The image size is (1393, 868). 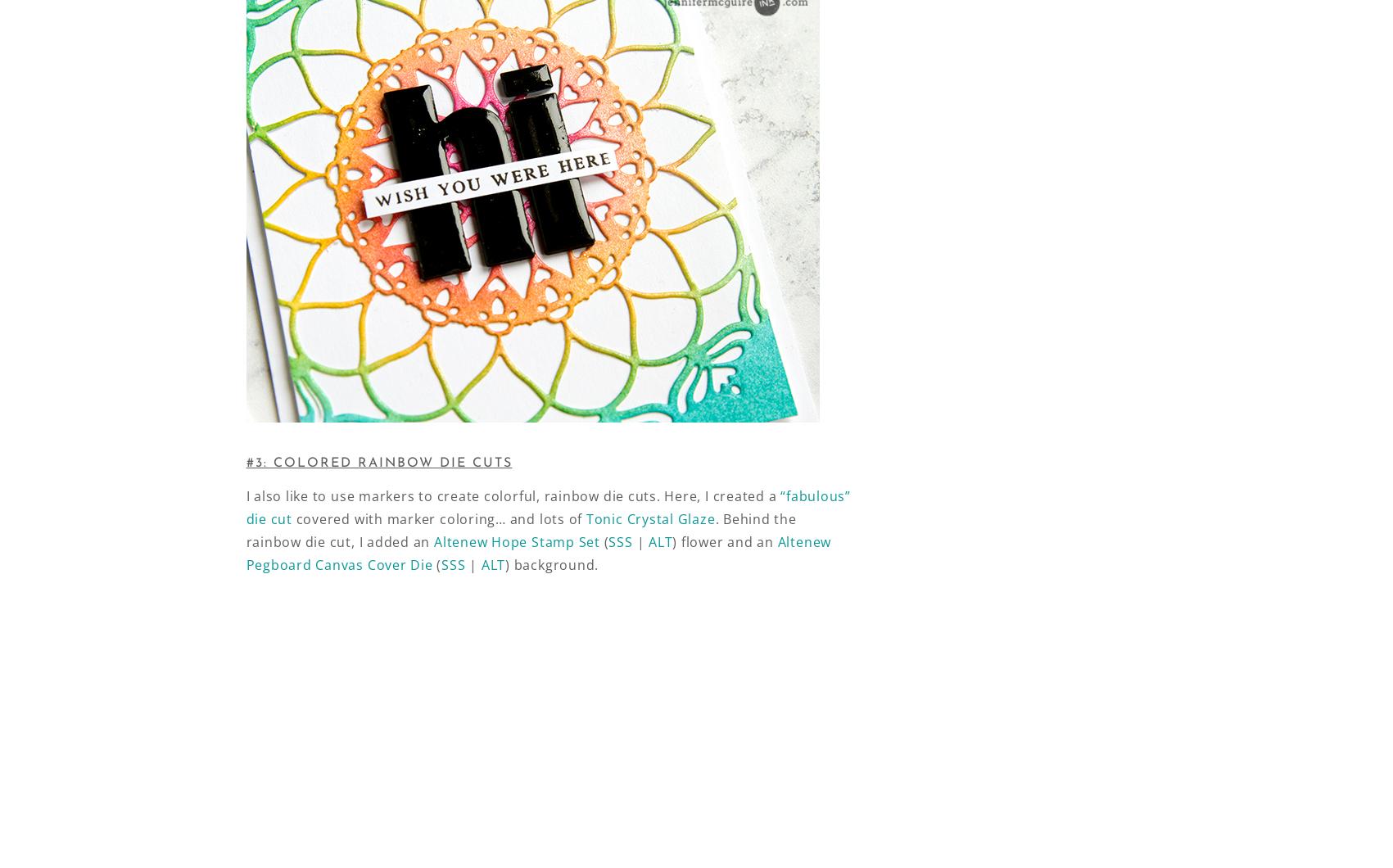 I want to click on ') background.', so click(x=550, y=563).